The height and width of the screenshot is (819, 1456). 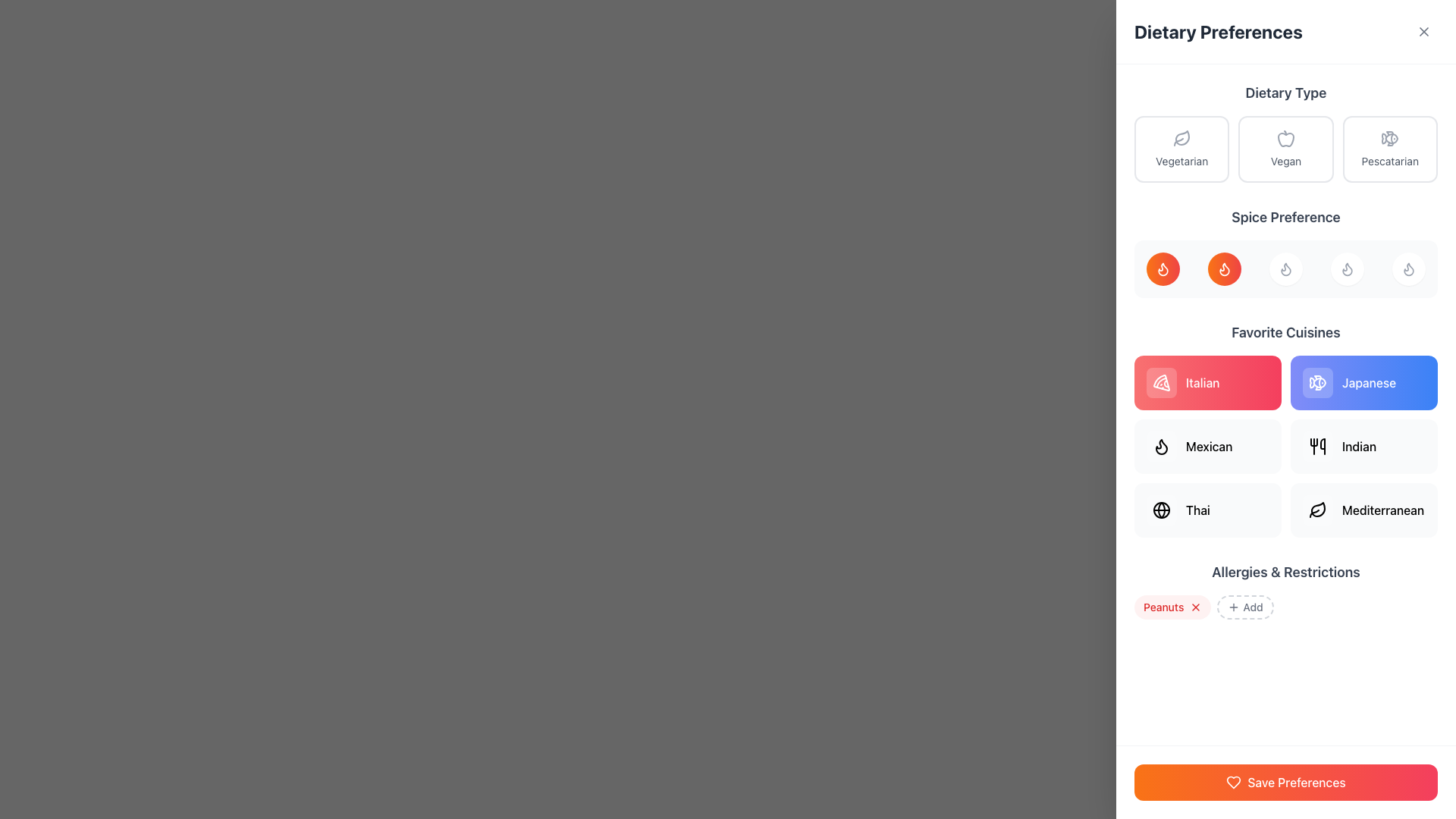 I want to click on the circular button with a flame icon at its center, located in the 'Spice Preference' section, for keyboard navigation, so click(x=1407, y=268).